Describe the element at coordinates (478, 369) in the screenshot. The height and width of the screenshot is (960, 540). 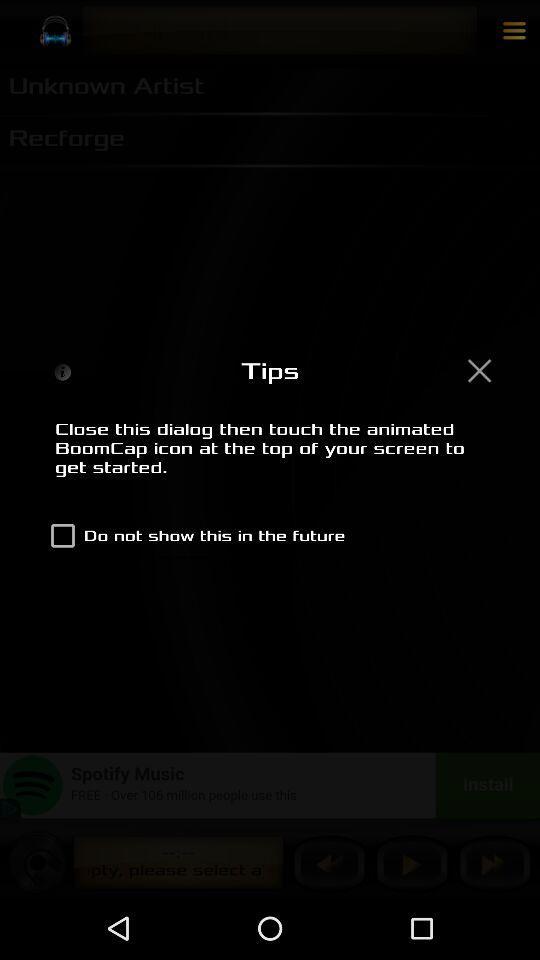
I see `the item on the right` at that location.